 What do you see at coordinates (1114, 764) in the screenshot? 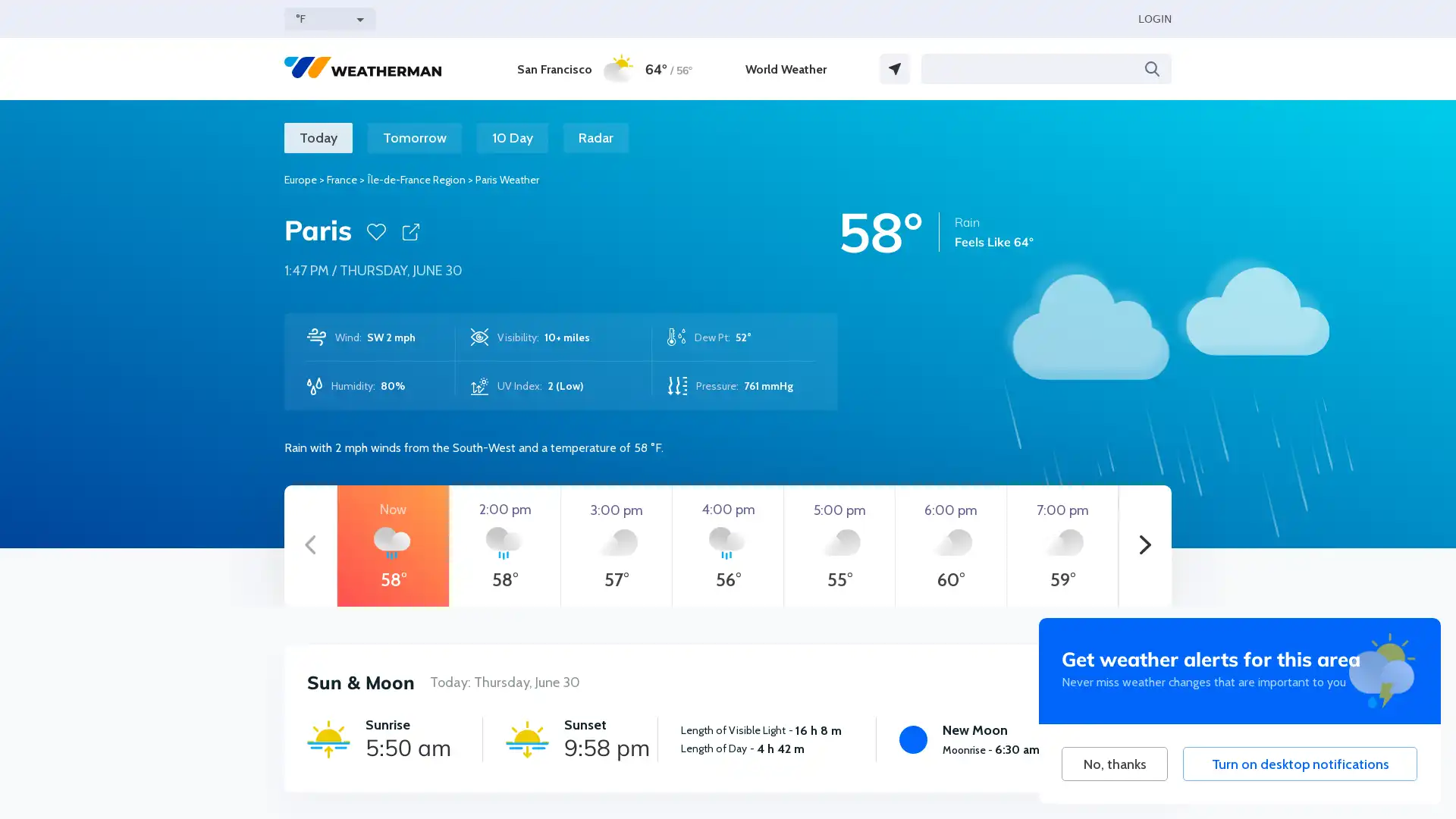
I see `No, thanks` at bounding box center [1114, 764].